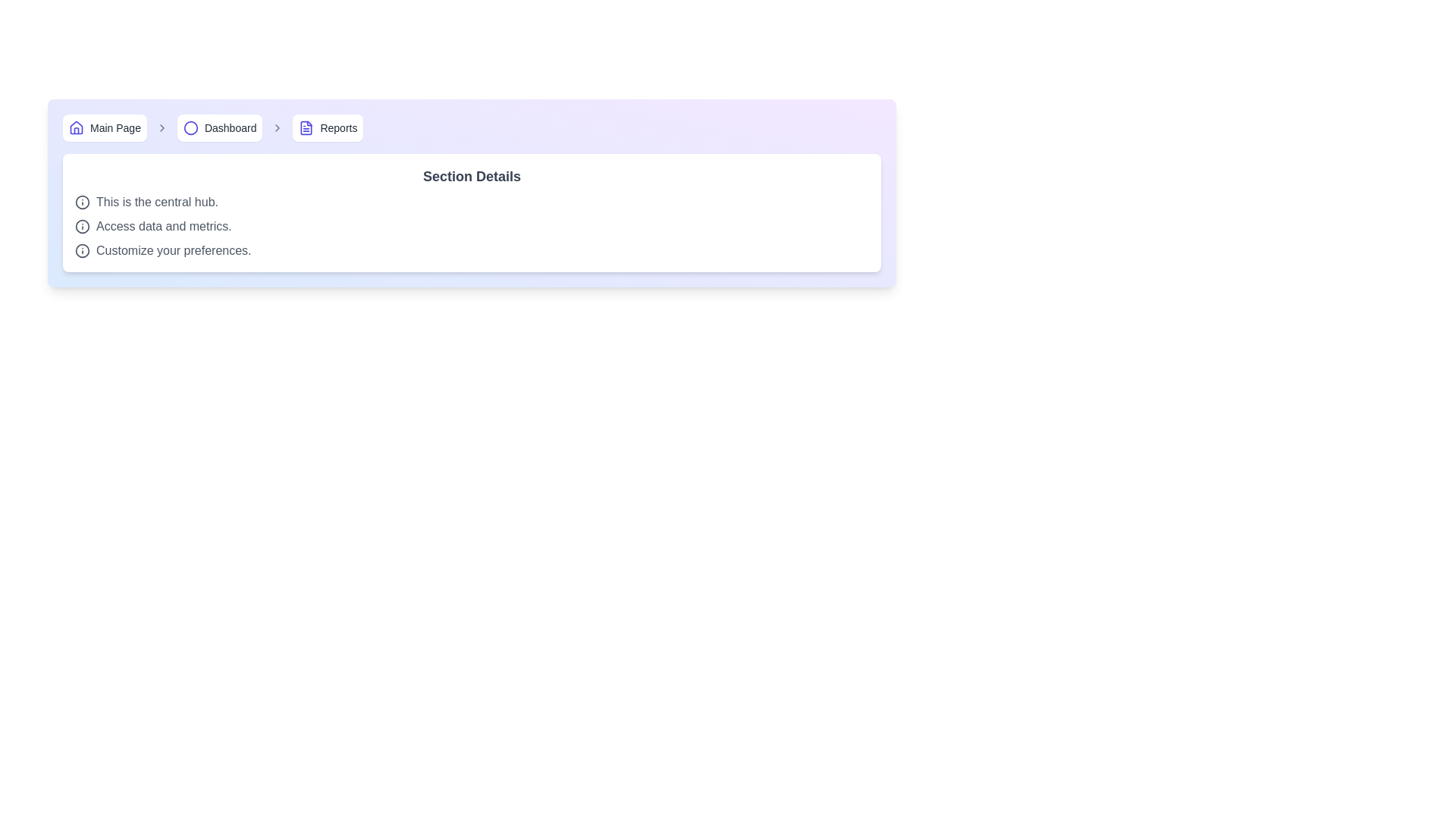  What do you see at coordinates (230, 127) in the screenshot?
I see `the 'Dashboard' textual label in the breadcrumb navigation toolbar, which is styled in a medium-sized sans-serif font and is positioned between 'Main Page' and 'Reports'` at bounding box center [230, 127].